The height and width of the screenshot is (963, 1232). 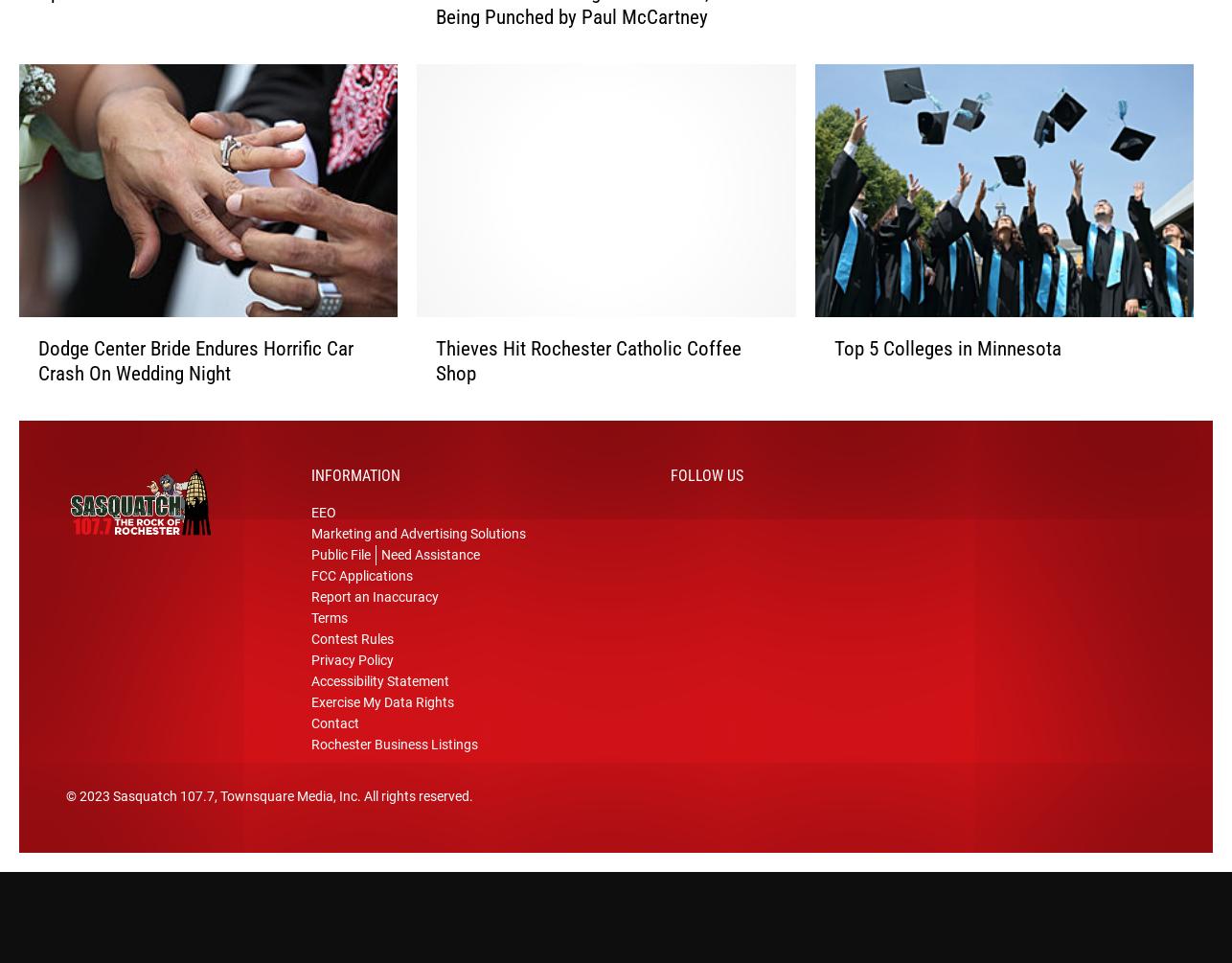 I want to click on '. All rights reserved.', so click(x=414, y=803).